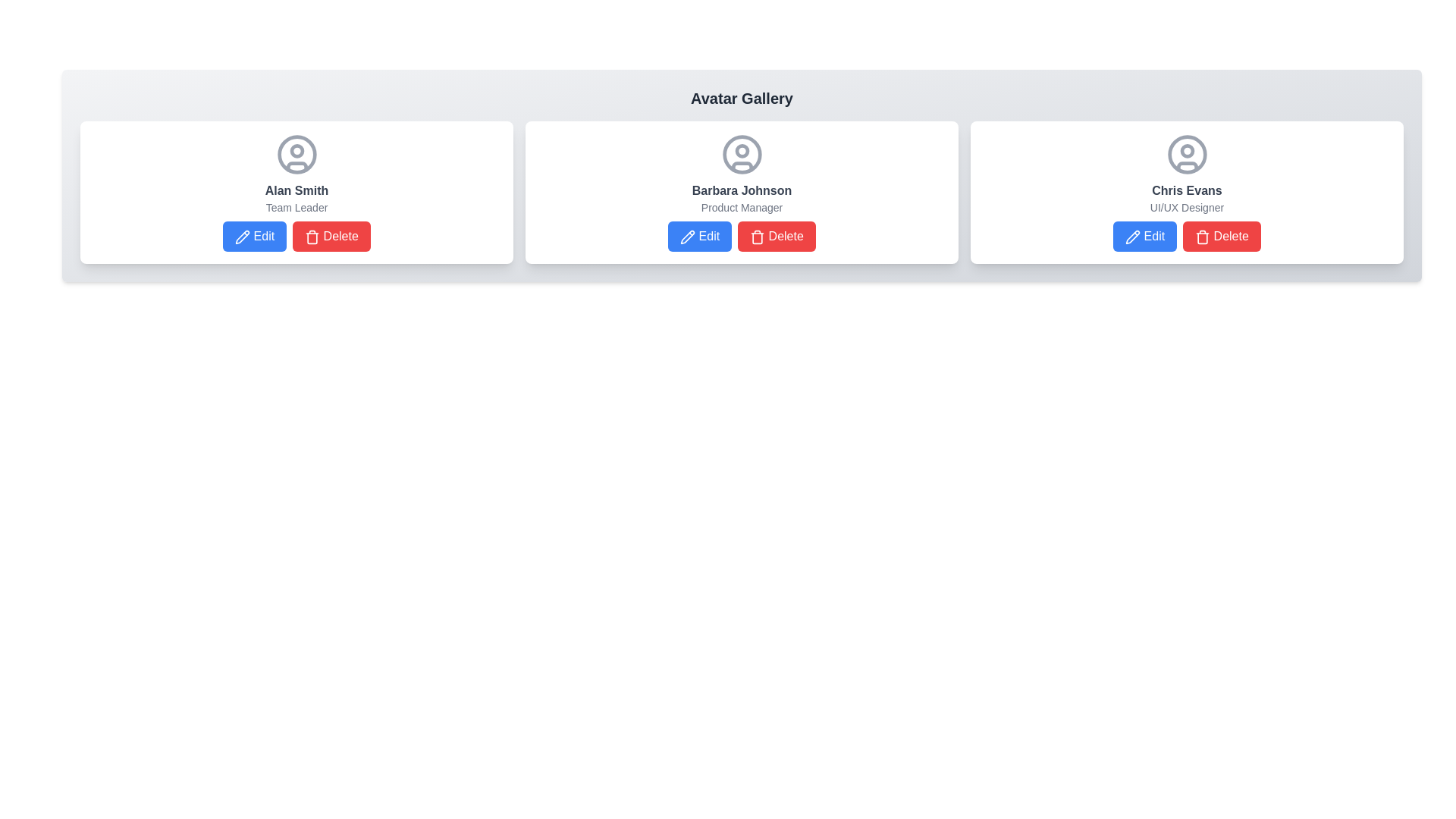 Image resolution: width=1456 pixels, height=819 pixels. I want to click on the circular graphical element representing the user's profile picture for 'Barbara Johnson' within the avatar card, so click(742, 151).